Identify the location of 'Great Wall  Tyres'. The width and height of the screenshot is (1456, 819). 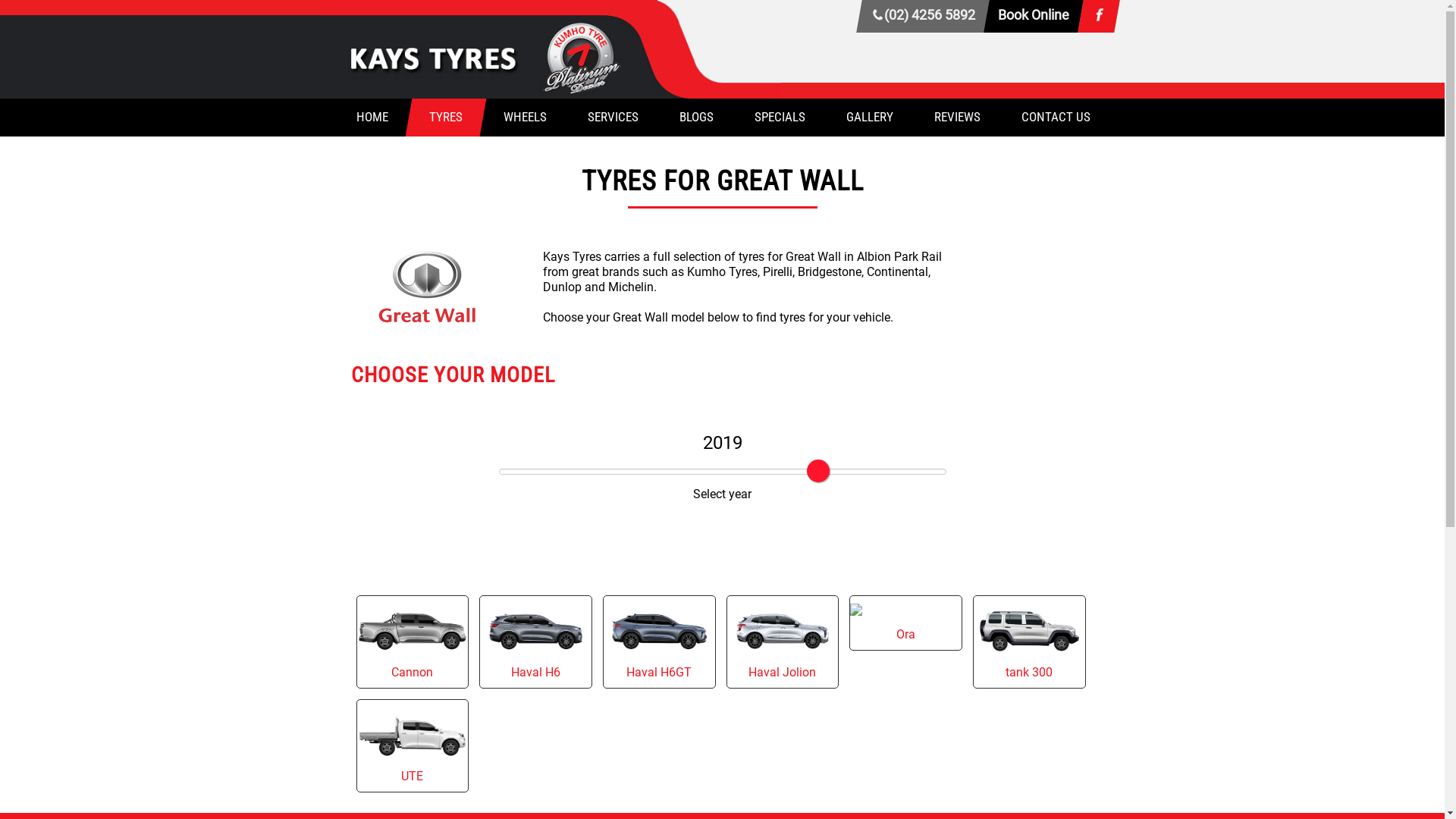
(425, 287).